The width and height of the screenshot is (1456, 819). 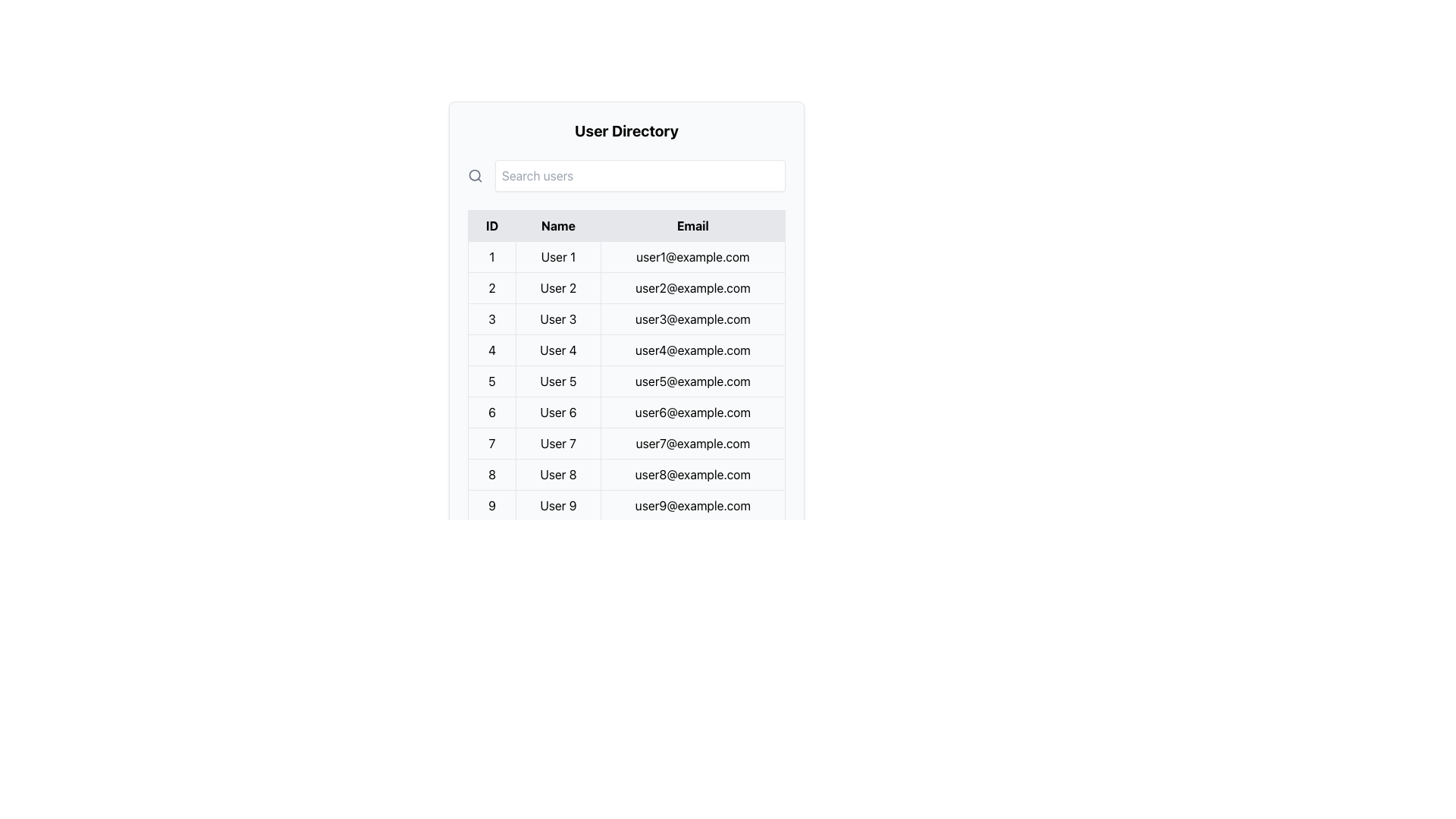 I want to click on the email address 'user5@example.com', so click(x=626, y=380).